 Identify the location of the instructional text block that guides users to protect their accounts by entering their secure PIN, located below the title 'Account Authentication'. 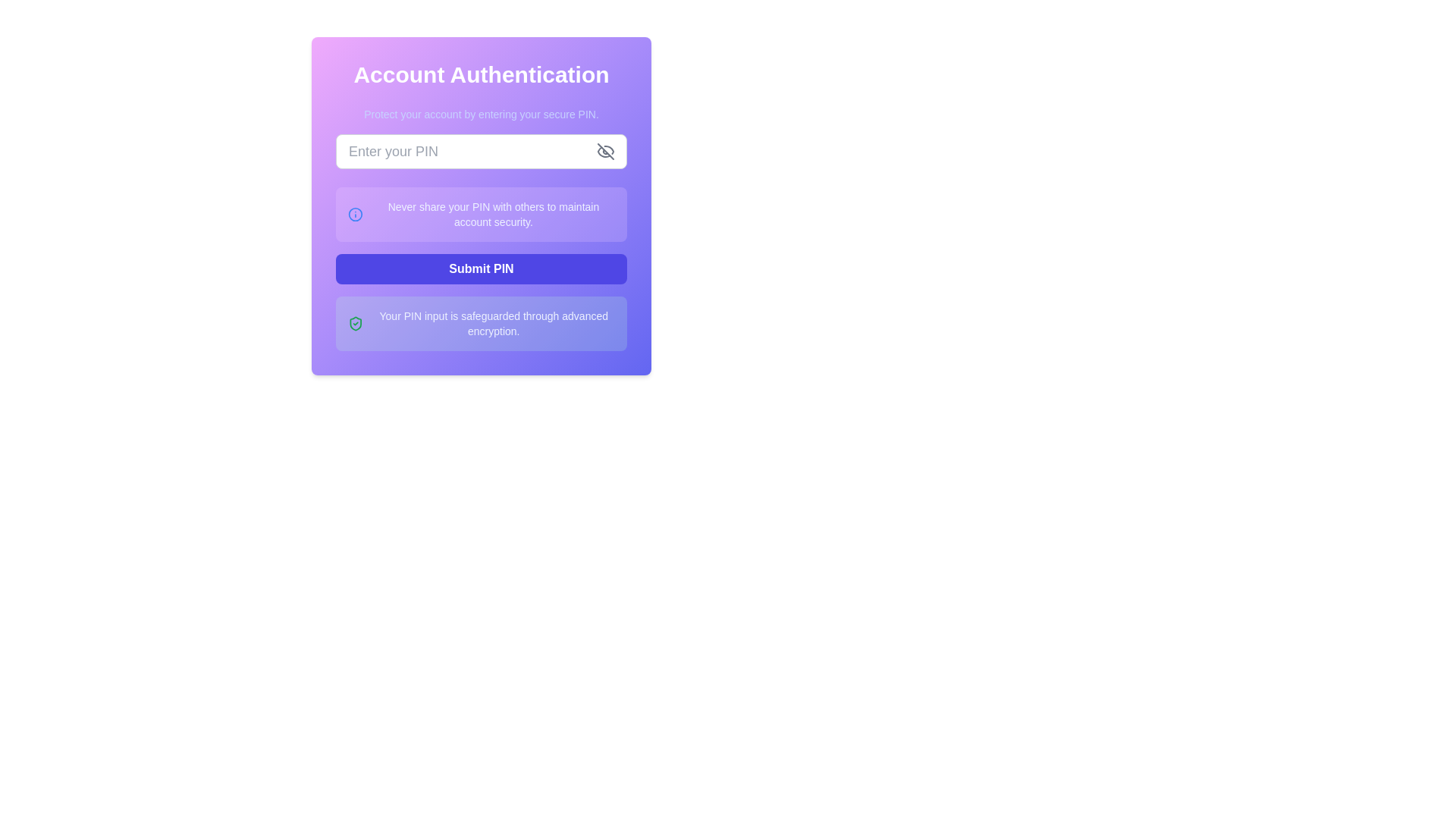
(480, 113).